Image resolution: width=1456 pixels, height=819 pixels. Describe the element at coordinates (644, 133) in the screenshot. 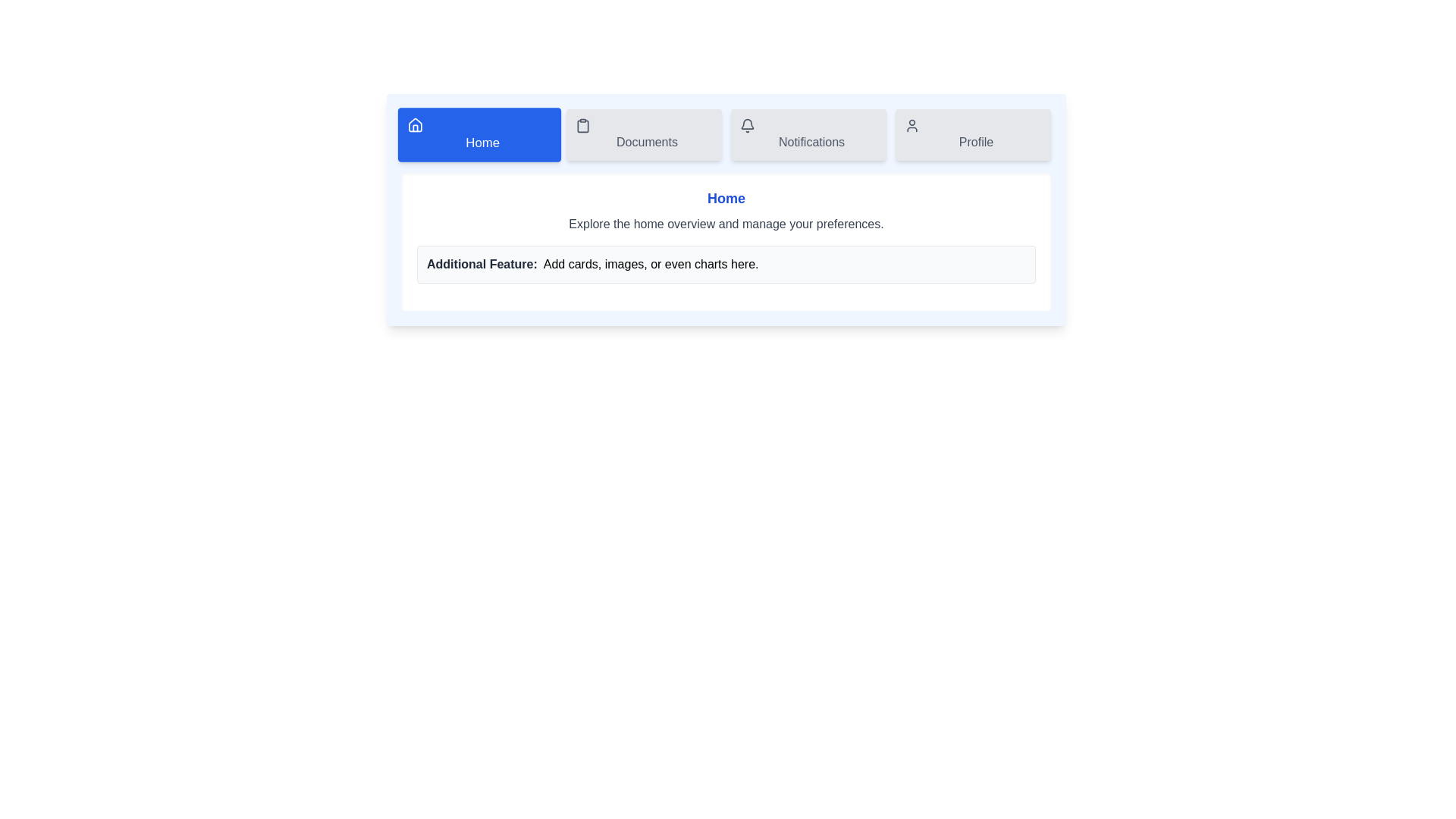

I see `the Documents tab by clicking its button` at that location.